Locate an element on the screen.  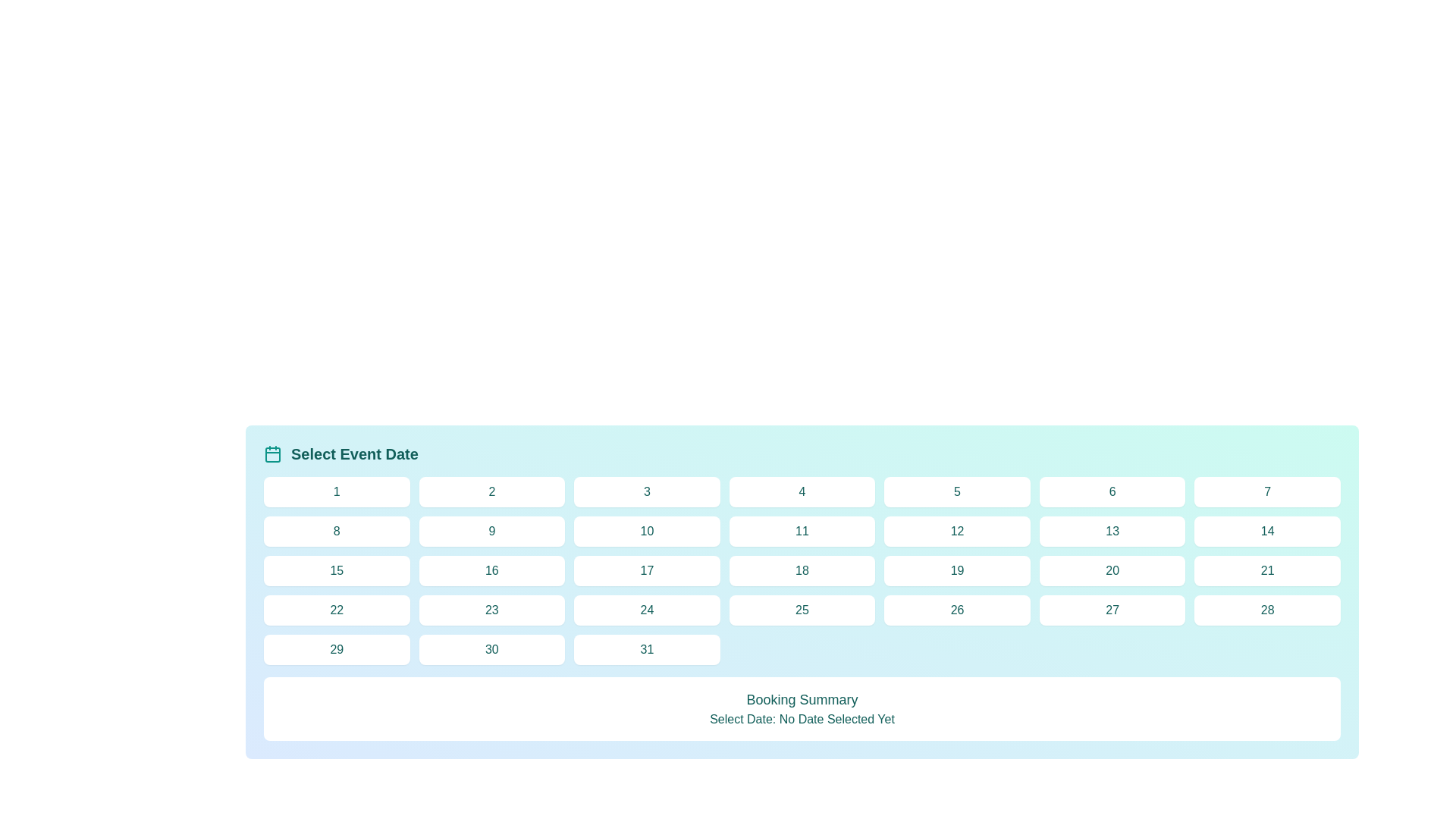
the date selection button located in the first row, sixth column of a 7-column grid is located at coordinates (1112, 491).